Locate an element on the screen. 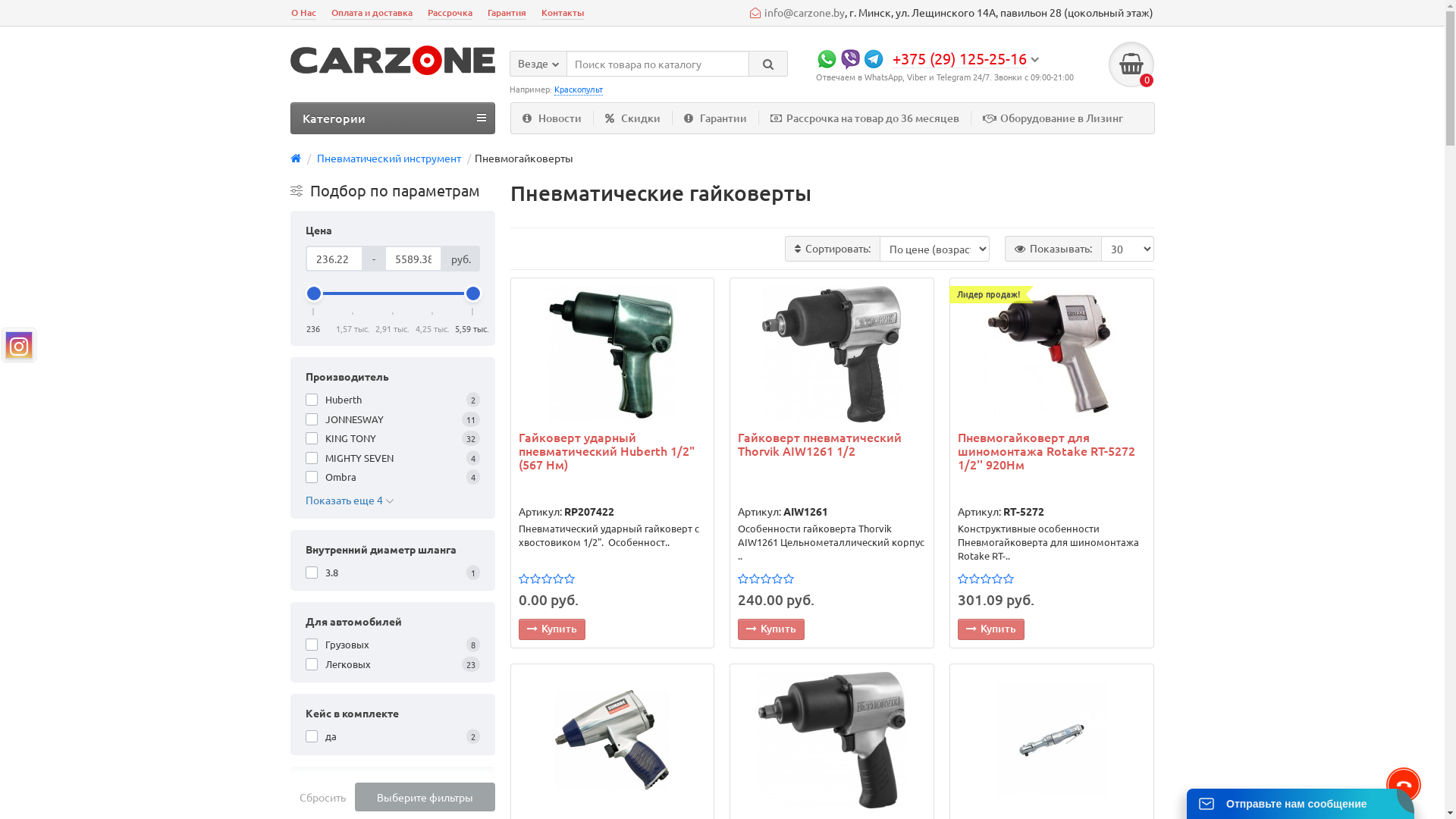 Image resolution: width=1456 pixels, height=819 pixels. 'carzone.by' is located at coordinates (392, 59).